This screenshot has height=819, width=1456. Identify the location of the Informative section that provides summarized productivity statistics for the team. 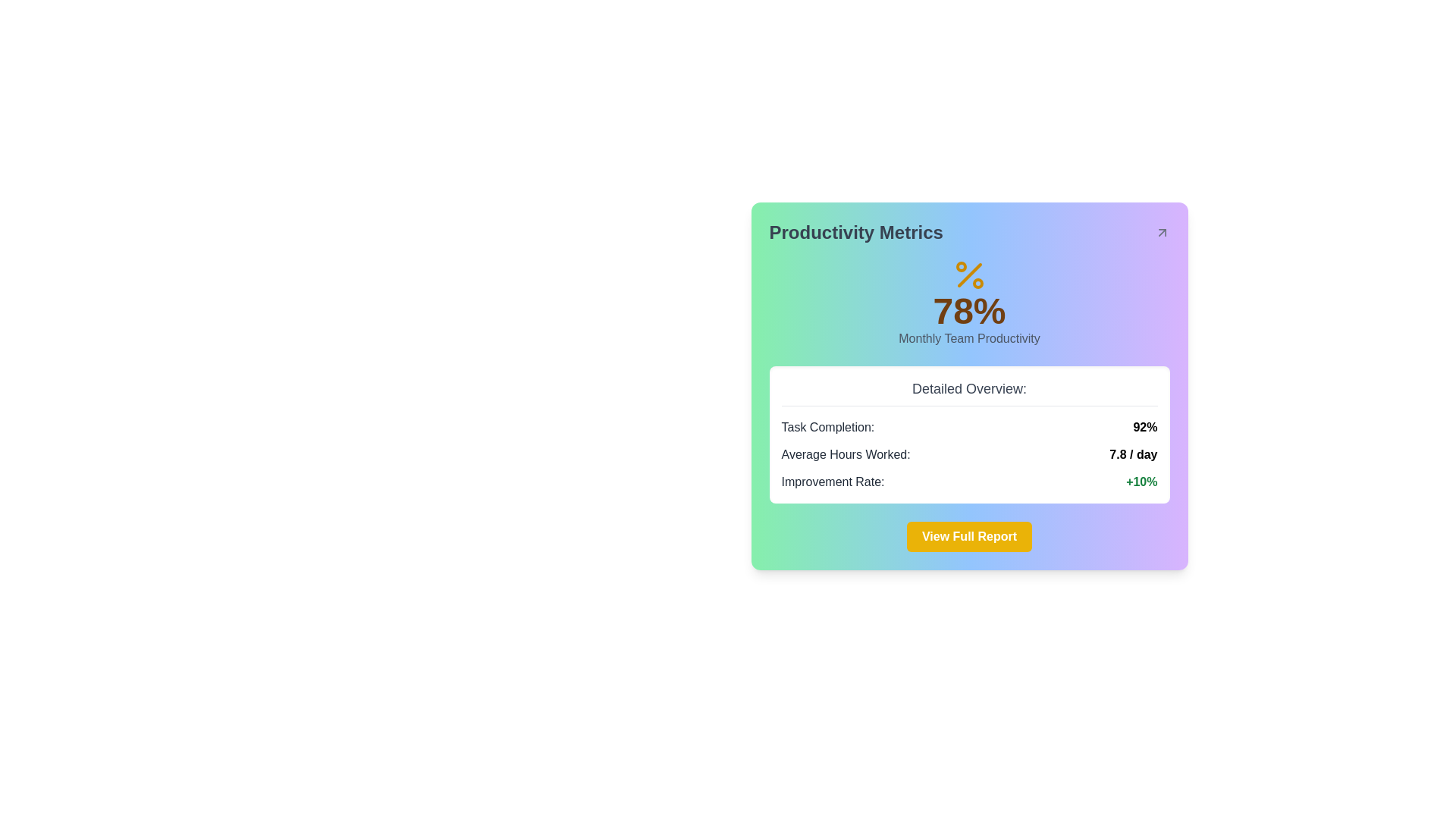
(968, 435).